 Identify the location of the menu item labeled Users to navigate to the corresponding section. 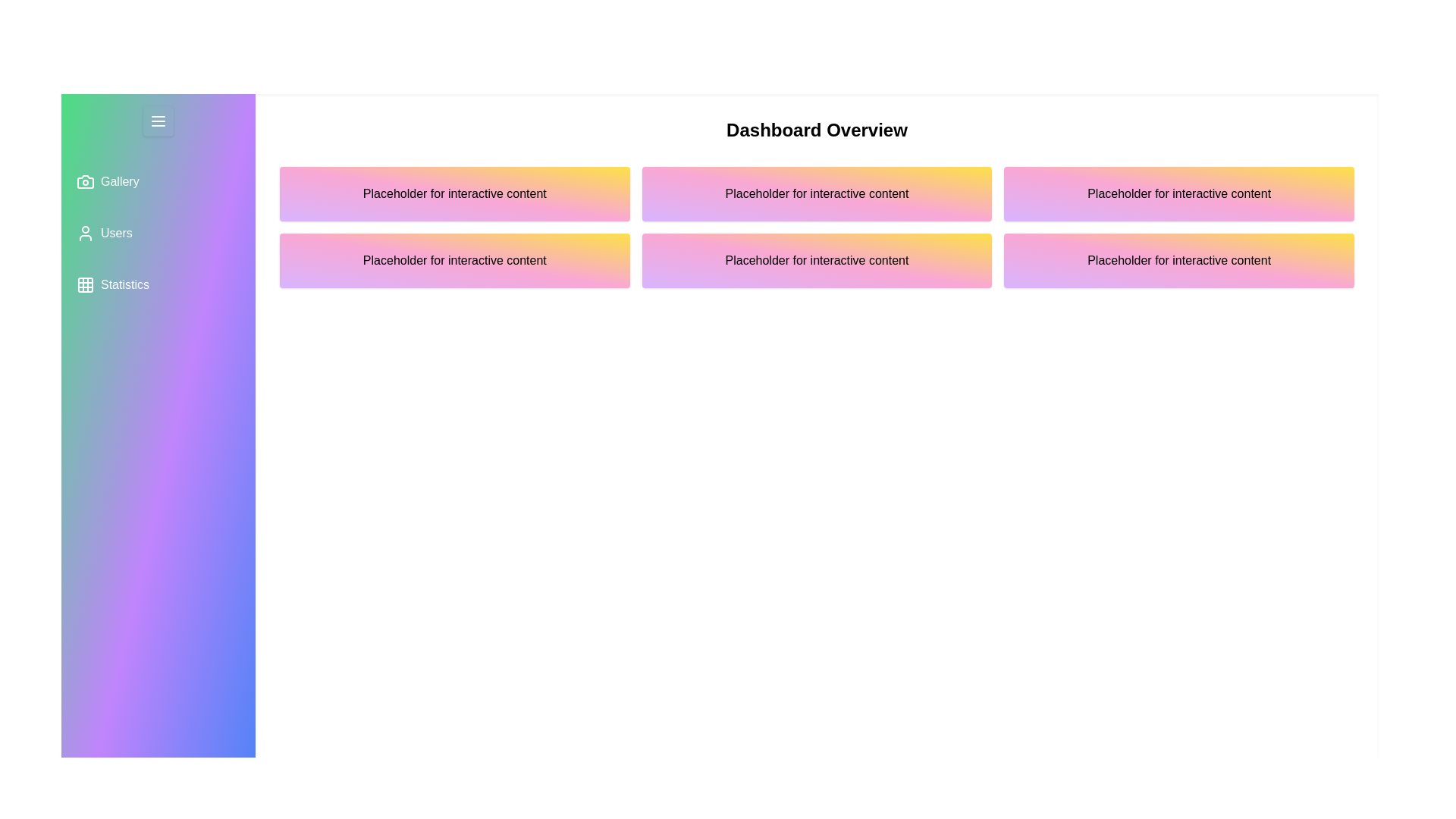
(158, 234).